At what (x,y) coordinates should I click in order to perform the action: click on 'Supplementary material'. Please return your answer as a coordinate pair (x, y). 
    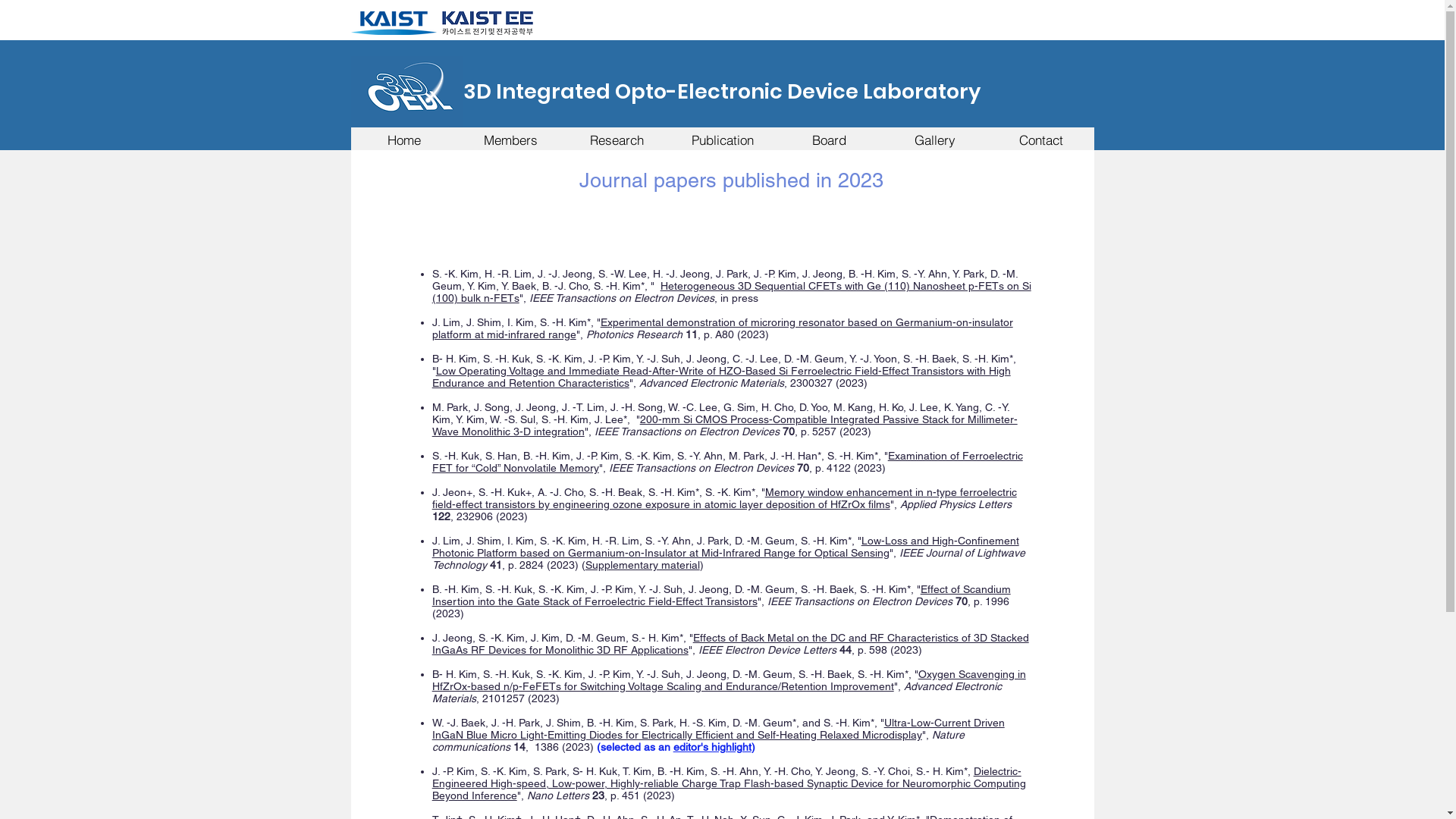
    Looking at the image, I should click on (642, 564).